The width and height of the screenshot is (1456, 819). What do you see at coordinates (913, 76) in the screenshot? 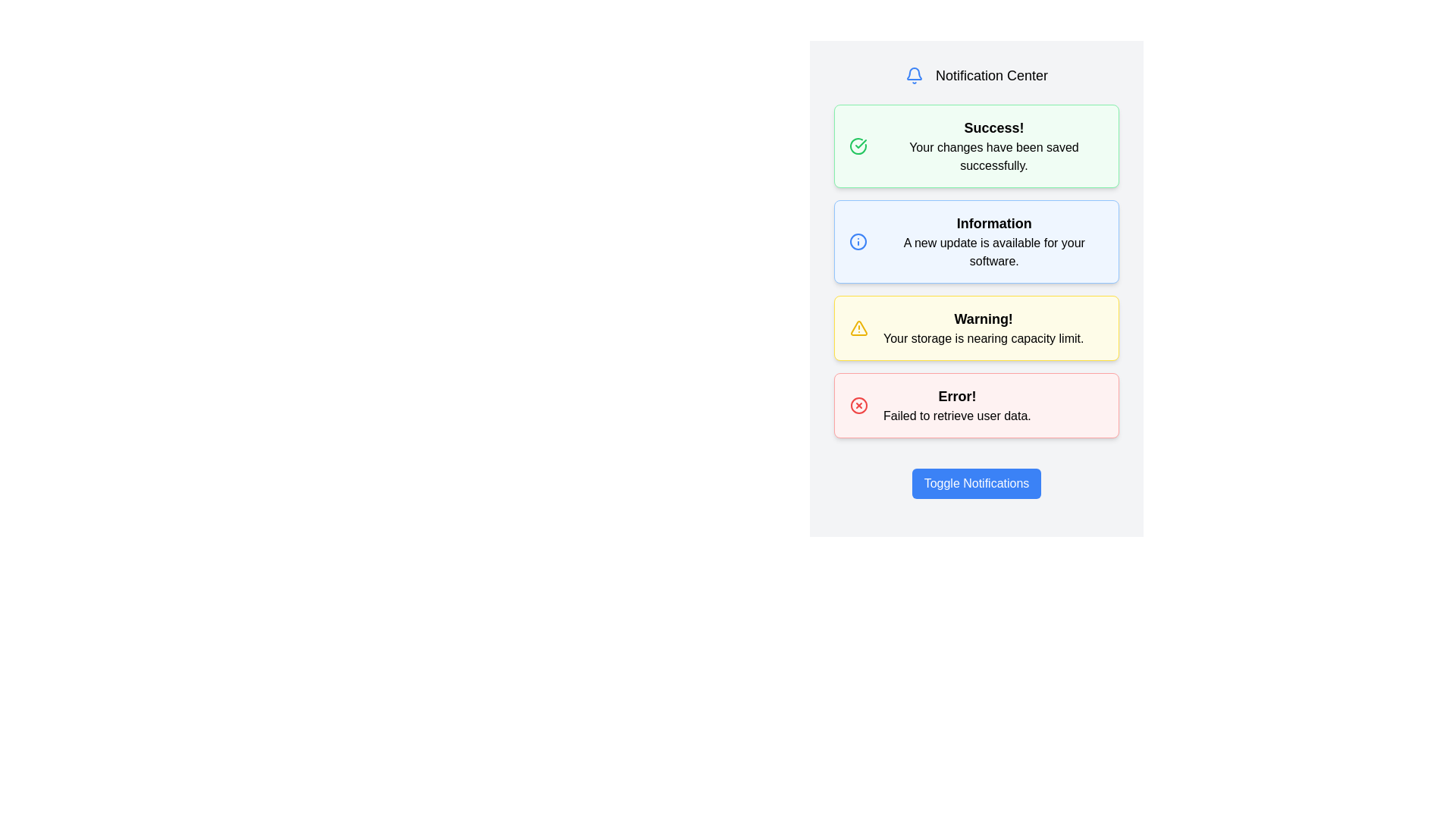
I see `the bell-shaped icon with a blue outline located to the left of the 'Notification Center' title in the header of the notification panel` at bounding box center [913, 76].